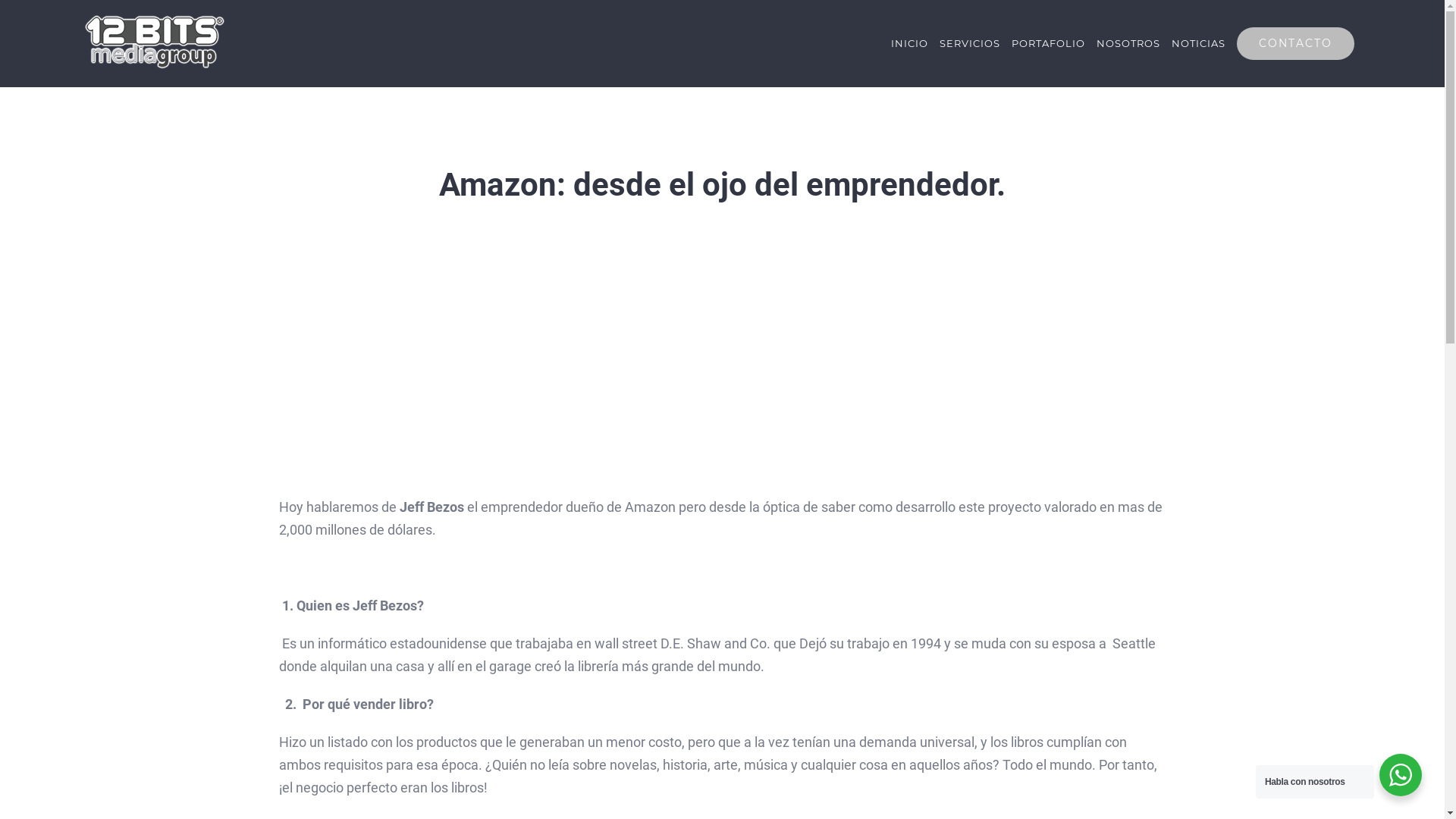 Image resolution: width=1456 pixels, height=819 pixels. What do you see at coordinates (1128, 42) in the screenshot?
I see `'NOSOTROS'` at bounding box center [1128, 42].